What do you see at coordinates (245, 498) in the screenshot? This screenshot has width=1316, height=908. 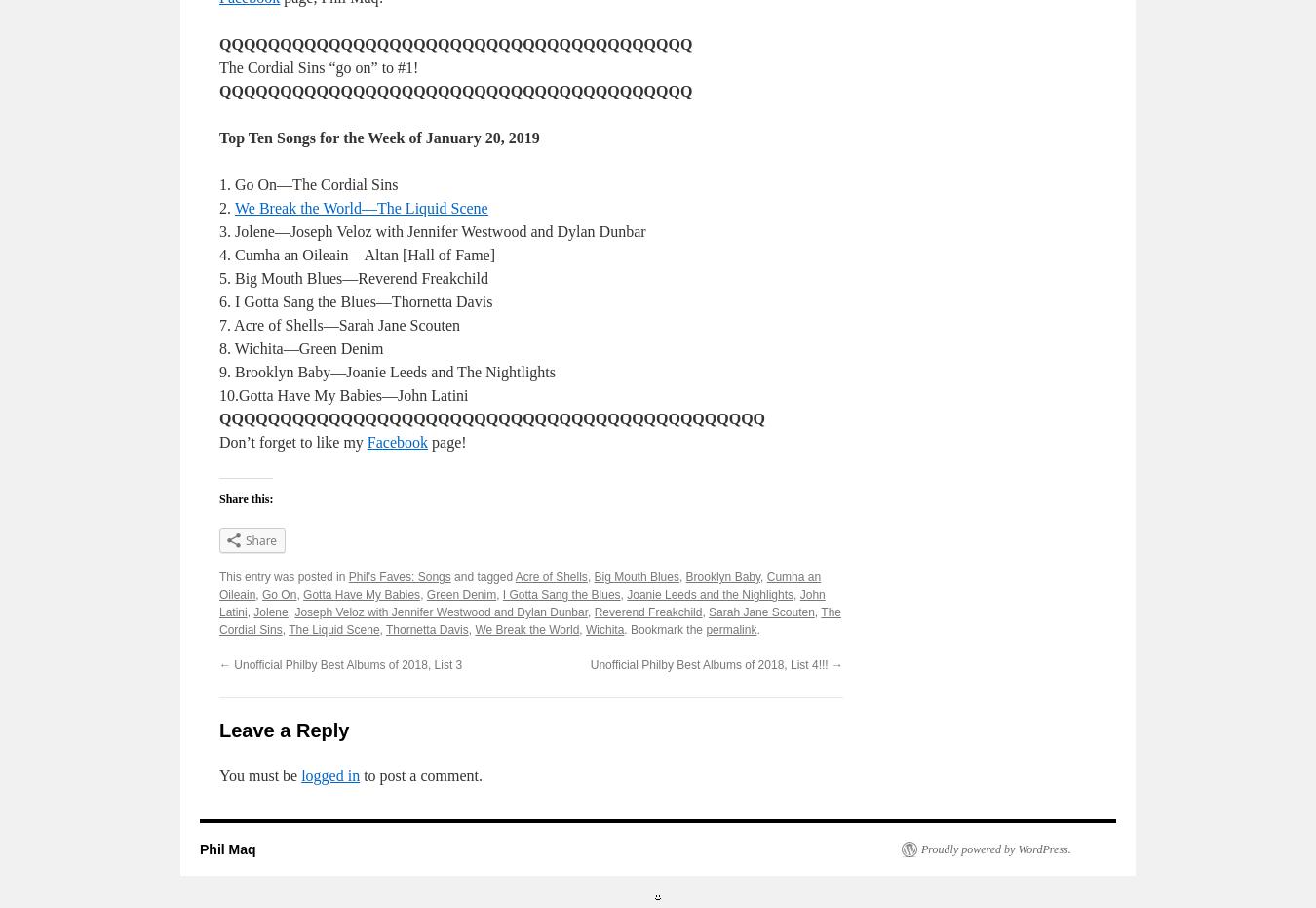 I see `'Share this:'` at bounding box center [245, 498].